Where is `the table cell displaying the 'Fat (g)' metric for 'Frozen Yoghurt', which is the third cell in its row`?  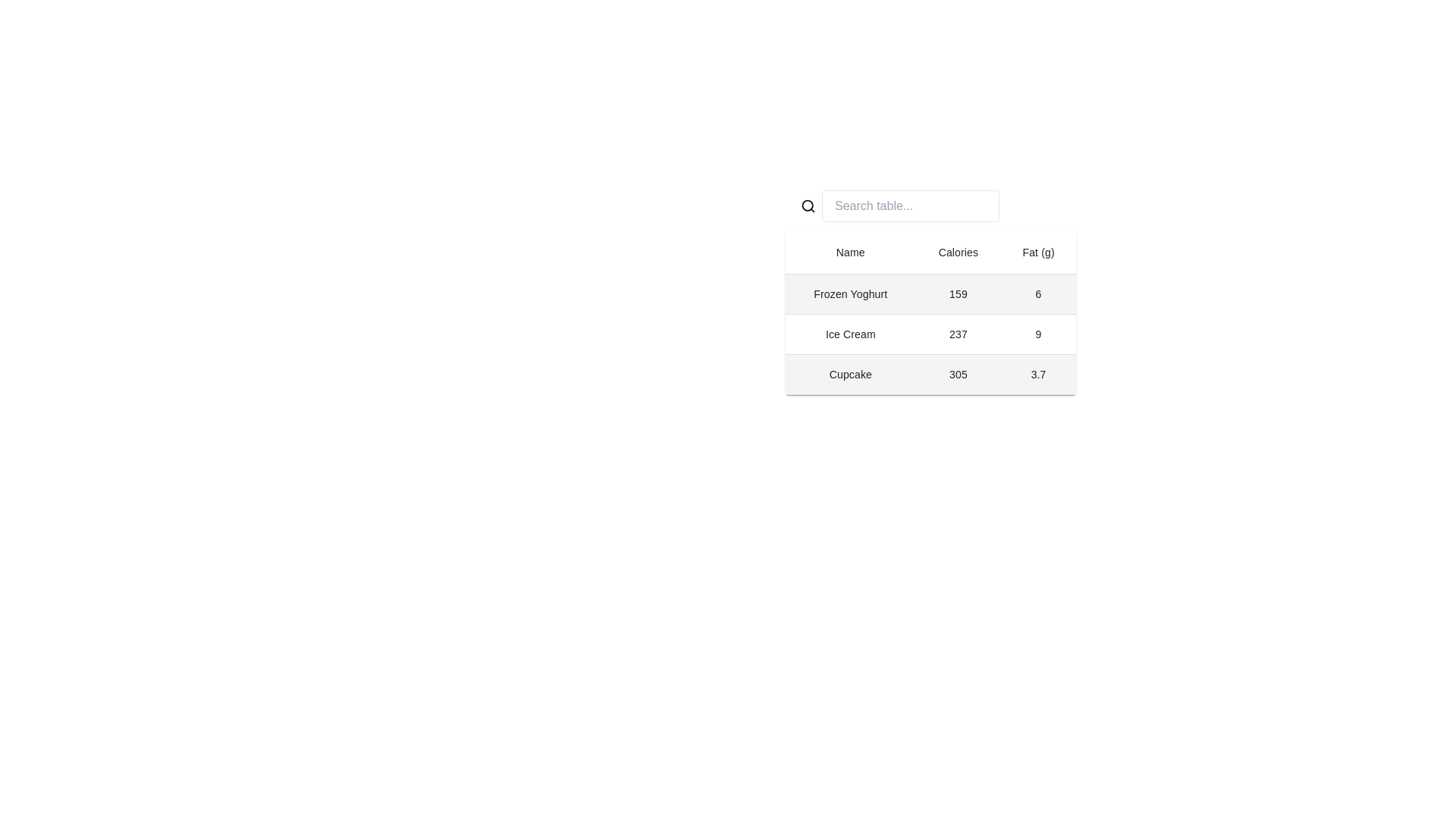
the table cell displaying the 'Fat (g)' metric for 'Frozen Yoghurt', which is the third cell in its row is located at coordinates (1037, 294).